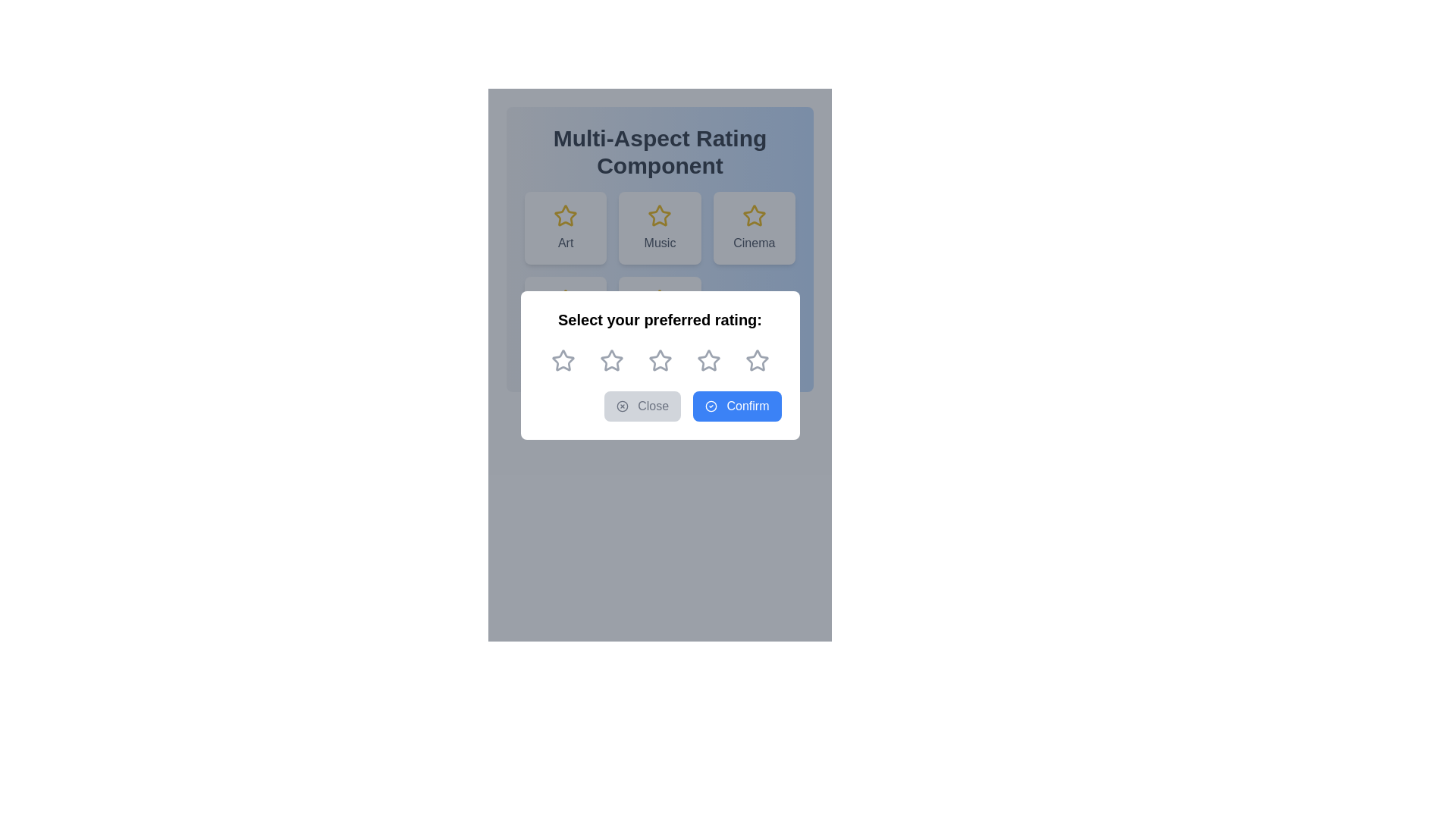  Describe the element at coordinates (754, 227) in the screenshot. I see `the 'Cinema' button, which is a white rectangular button with a golden outlined star icon and dark gray text` at that location.